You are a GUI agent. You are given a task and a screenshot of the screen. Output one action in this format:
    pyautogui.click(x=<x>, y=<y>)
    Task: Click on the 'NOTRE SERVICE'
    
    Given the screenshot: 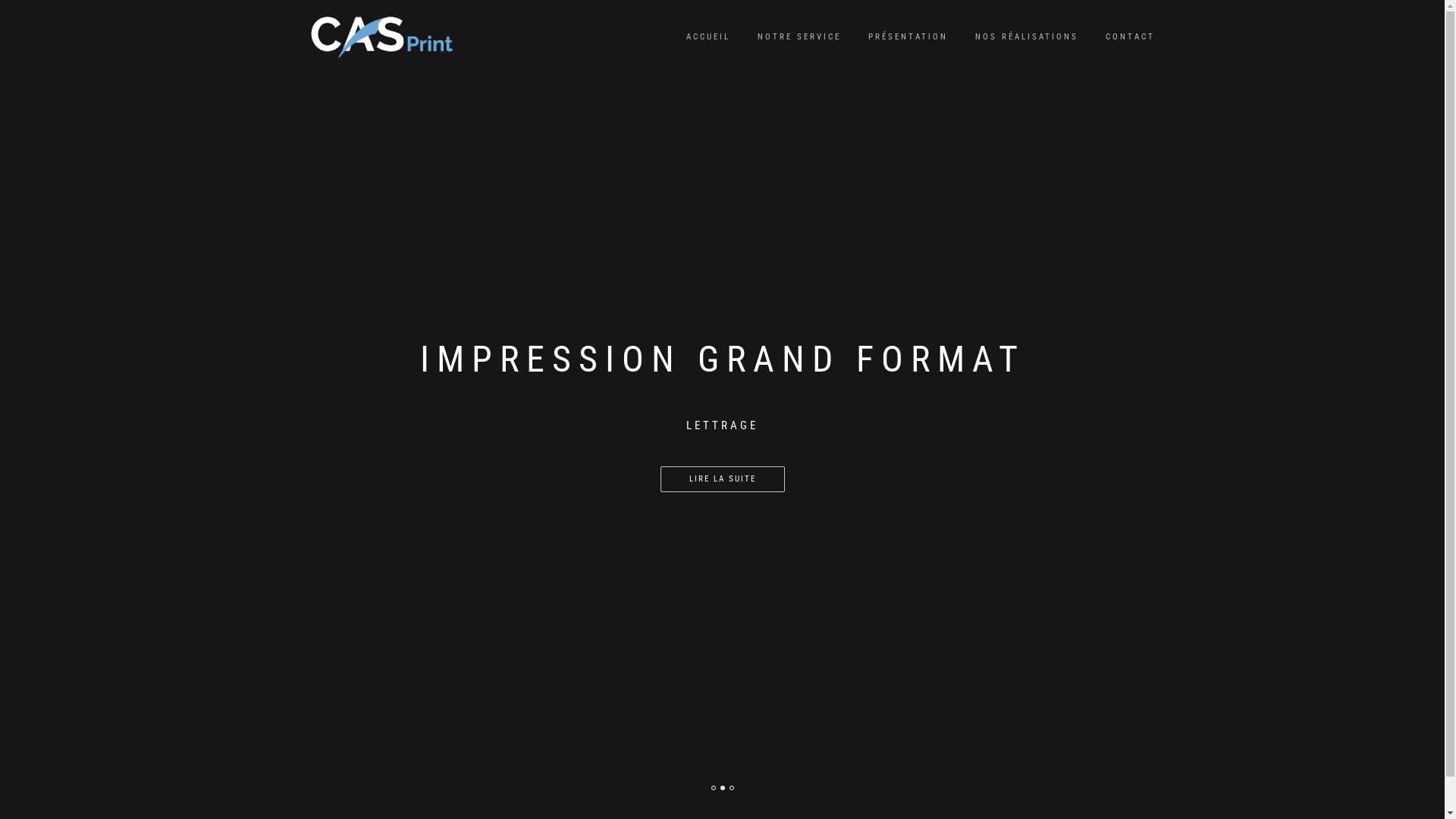 What is the action you would take?
    pyautogui.click(x=799, y=36)
    